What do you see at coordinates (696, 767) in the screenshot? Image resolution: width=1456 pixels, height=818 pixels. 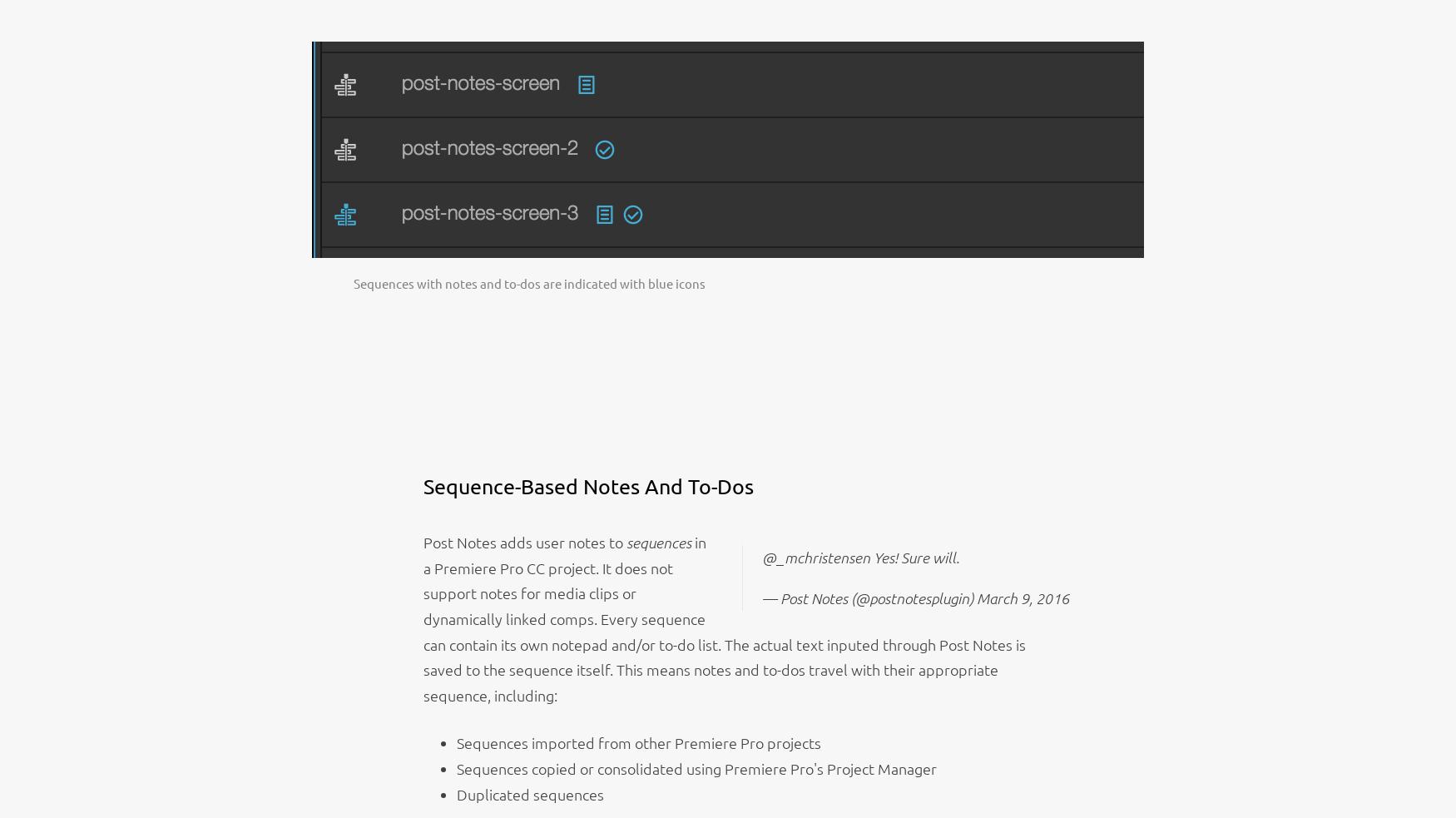 I see `'Sequences copied or consolidated using Premiere Pro's Project Manager'` at bounding box center [696, 767].